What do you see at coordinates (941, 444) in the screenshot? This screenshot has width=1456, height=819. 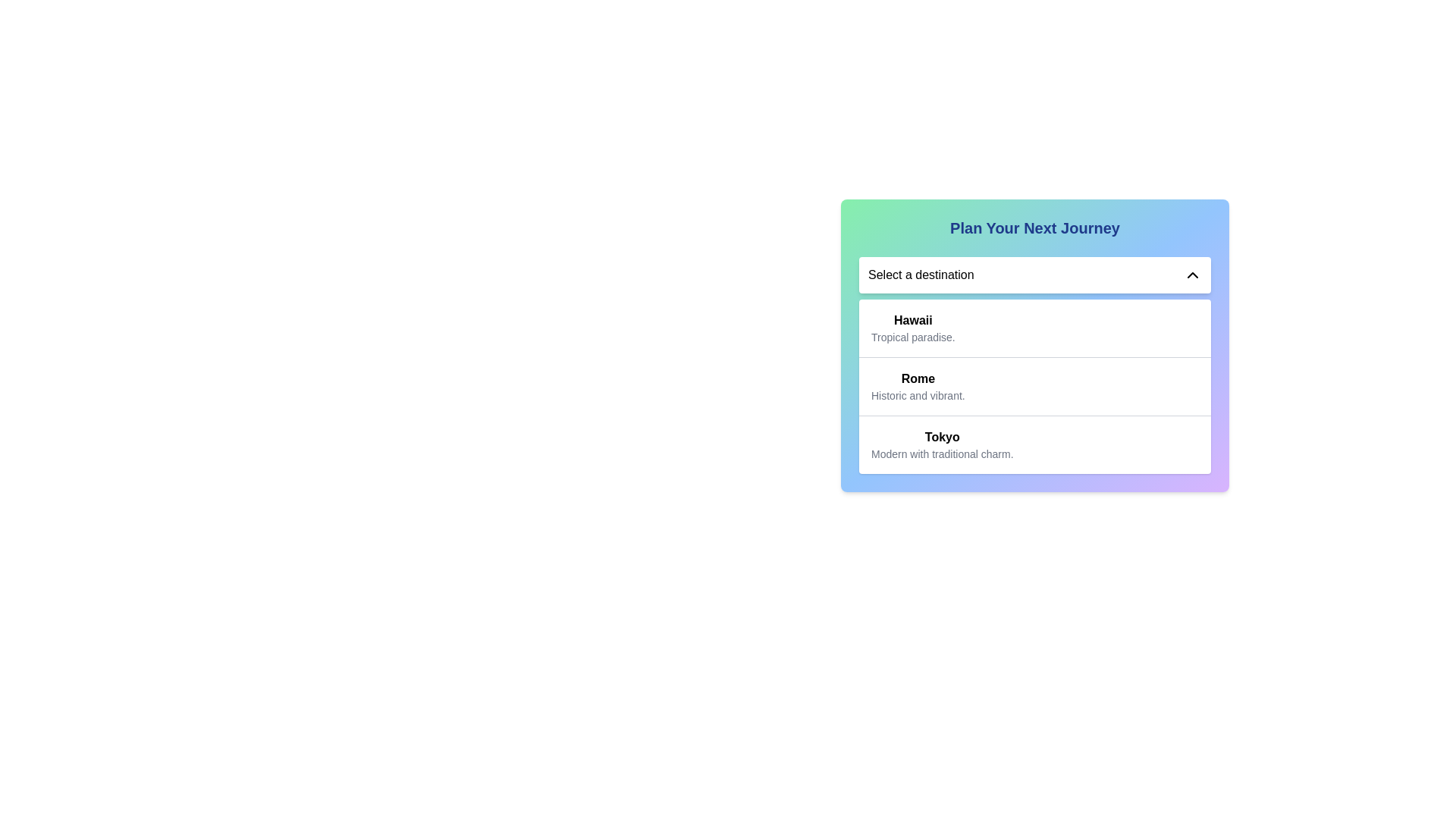 I see `the third destination option labeled 'Tokyo'` at bounding box center [941, 444].